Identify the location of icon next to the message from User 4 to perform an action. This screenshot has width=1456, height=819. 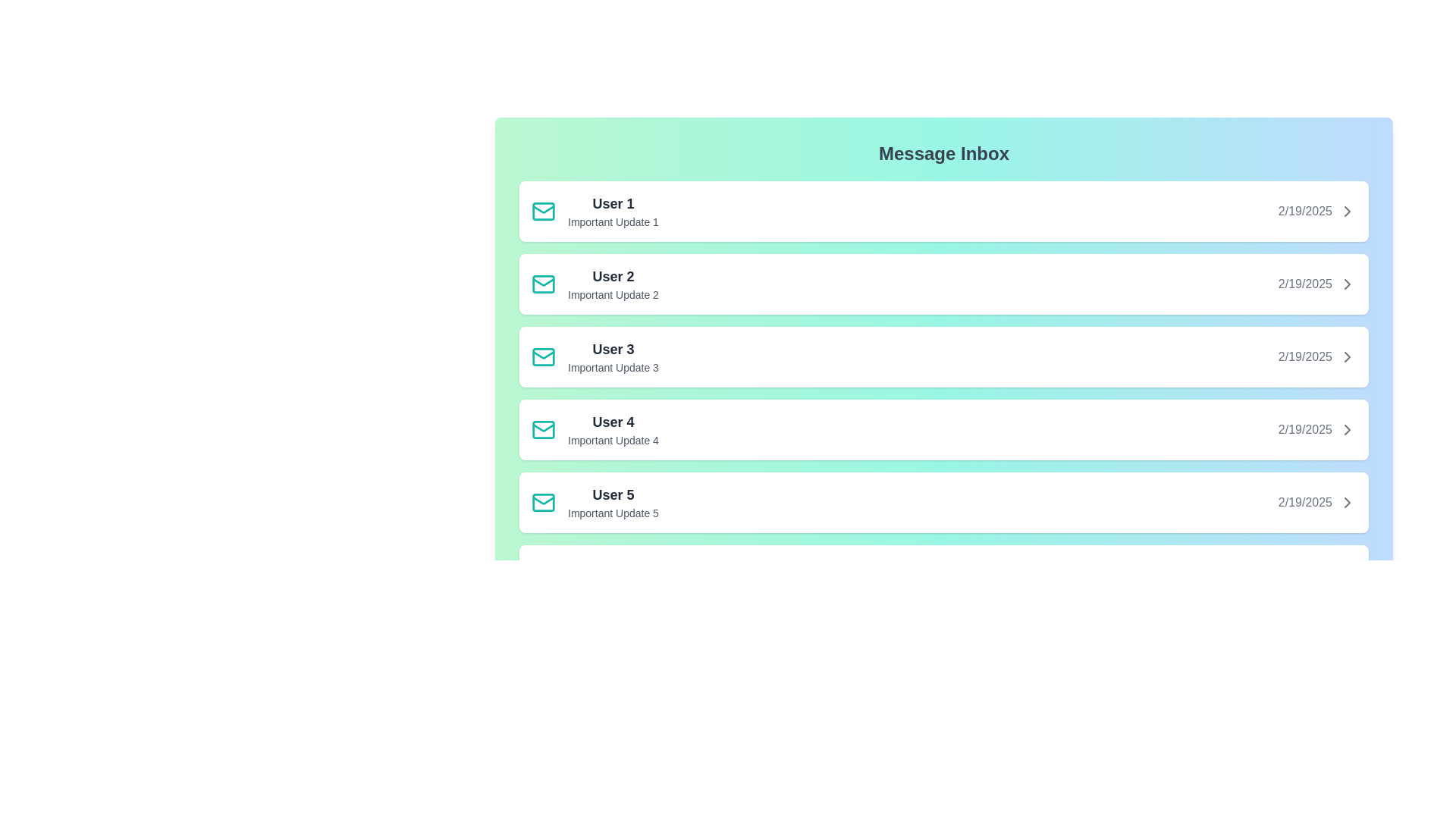
(543, 430).